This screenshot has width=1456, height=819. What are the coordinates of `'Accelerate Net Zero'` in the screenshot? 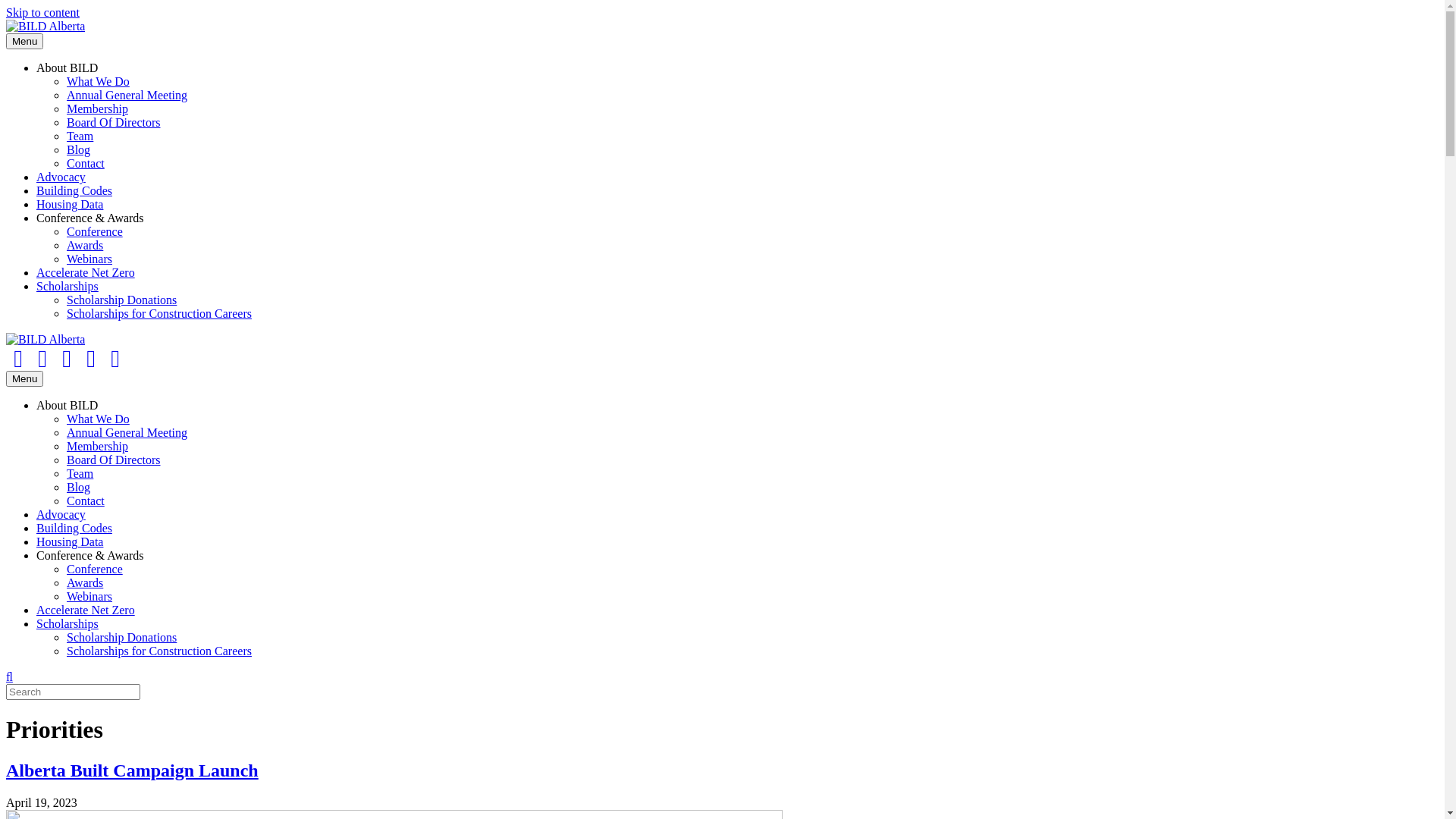 It's located at (36, 609).